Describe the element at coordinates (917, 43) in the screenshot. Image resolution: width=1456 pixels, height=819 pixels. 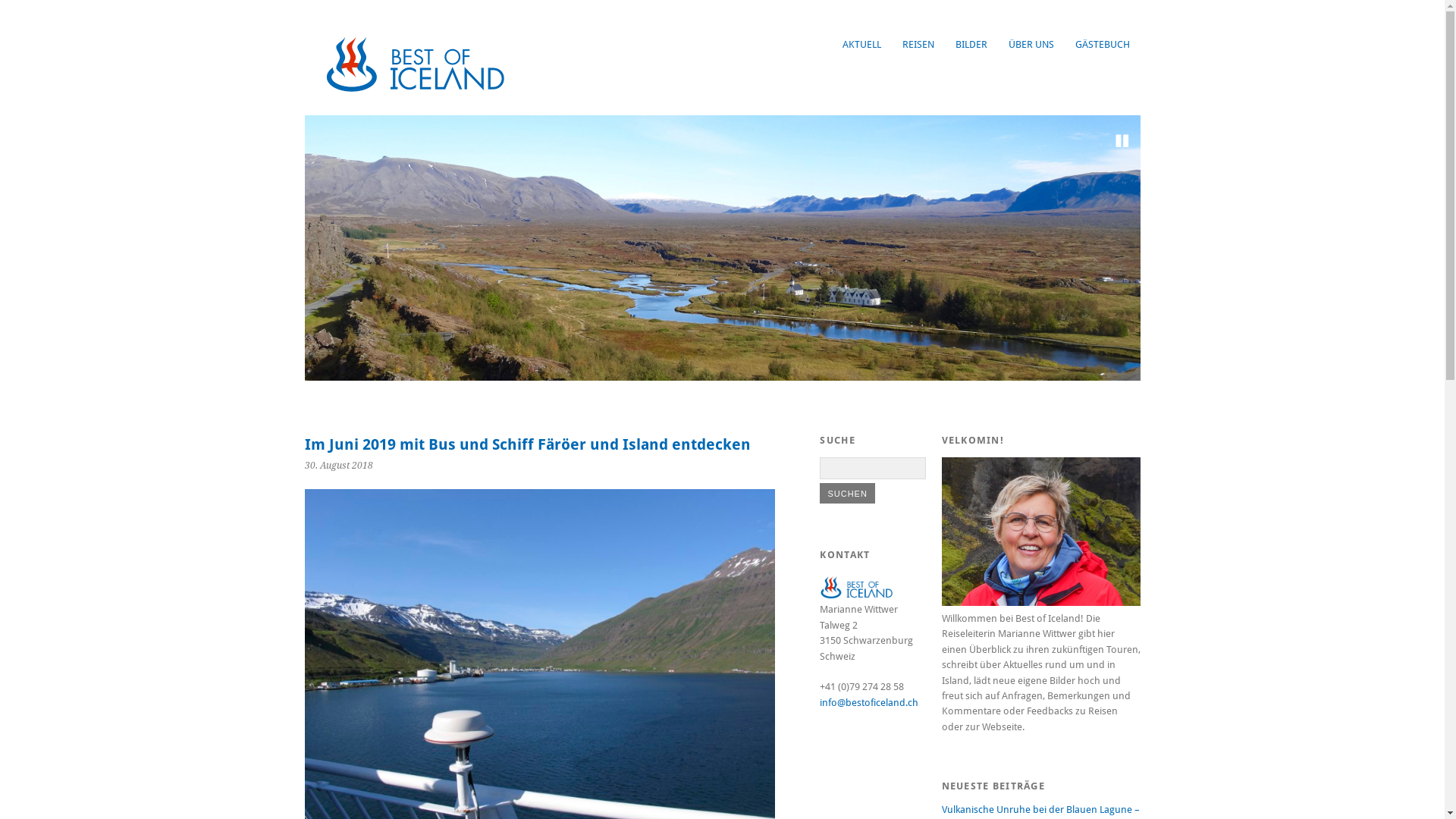
I see `'REISEN'` at that location.